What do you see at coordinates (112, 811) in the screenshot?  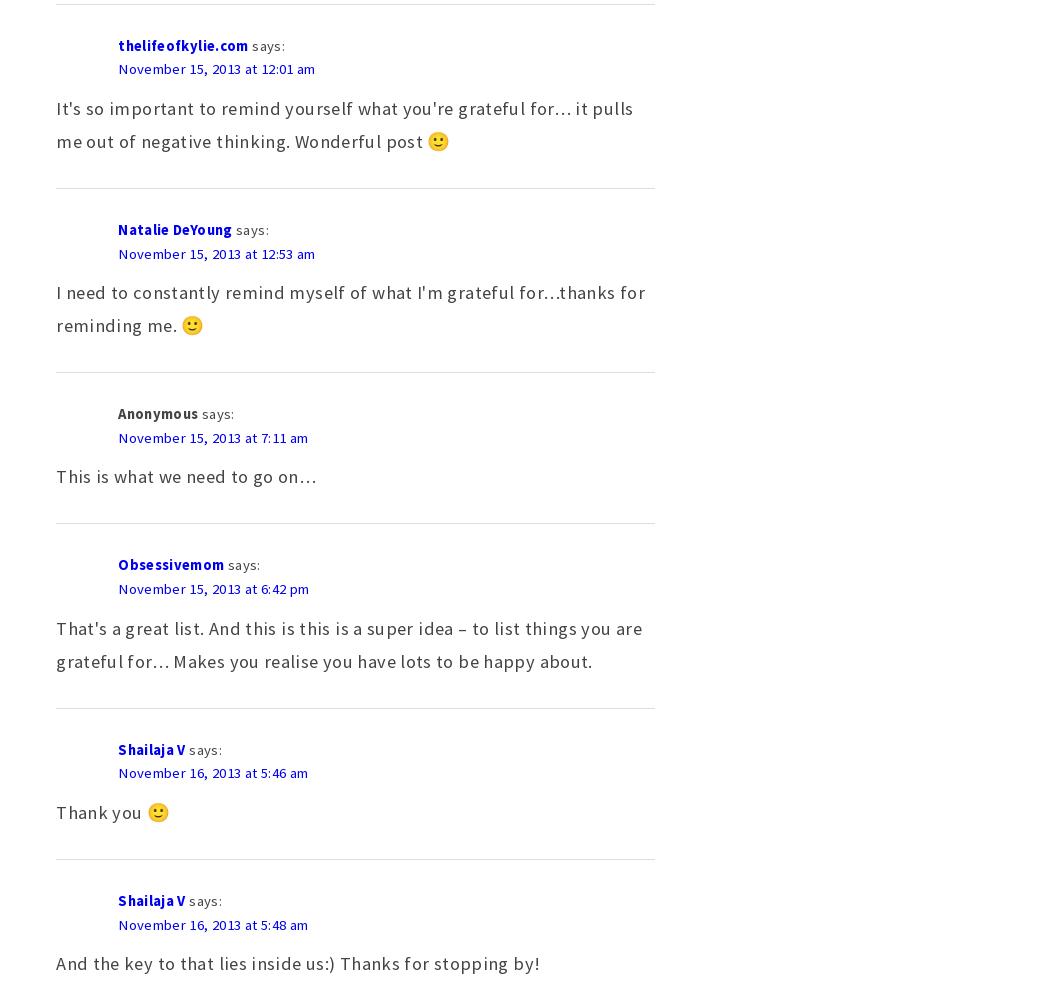 I see `'Thank you 🙂'` at bounding box center [112, 811].